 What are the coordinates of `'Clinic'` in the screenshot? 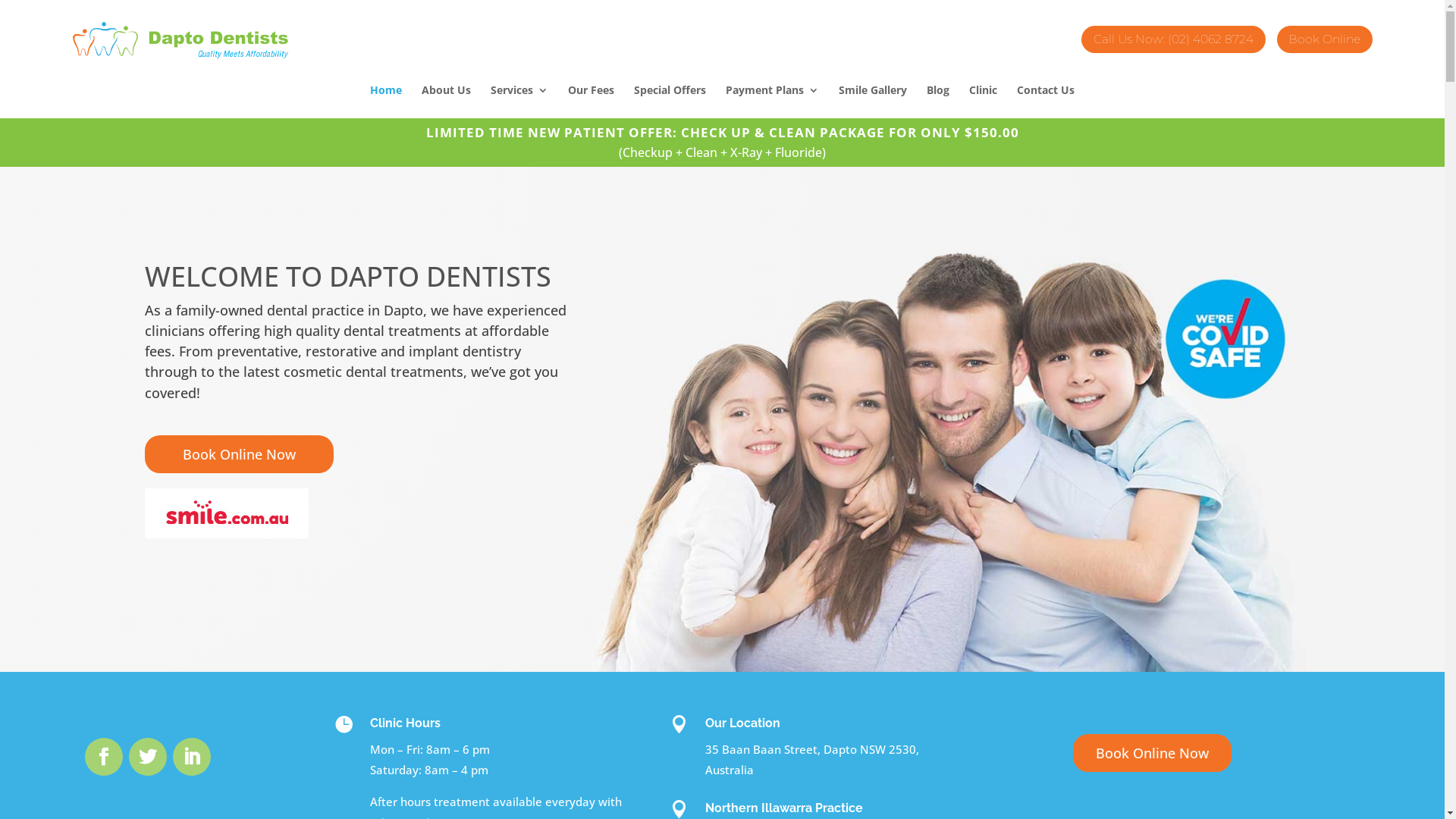 It's located at (983, 102).